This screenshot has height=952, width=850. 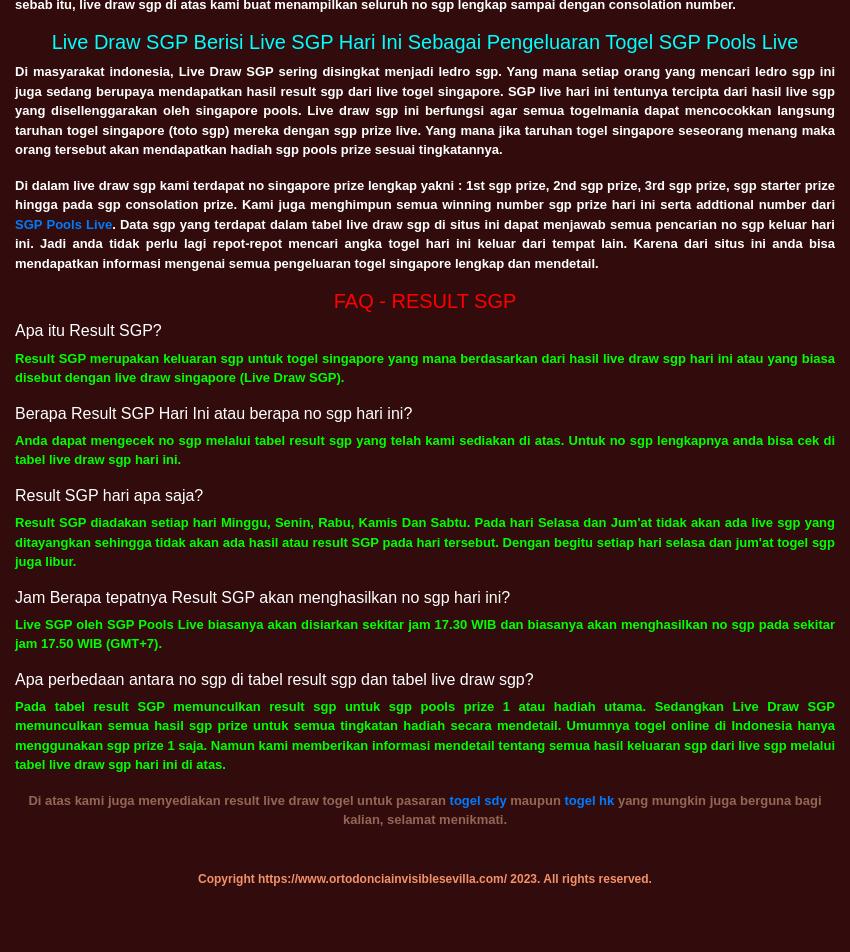 I want to click on 'Di atas kami juga menyediakan result live draw togel untuk pasaran', so click(x=238, y=799).